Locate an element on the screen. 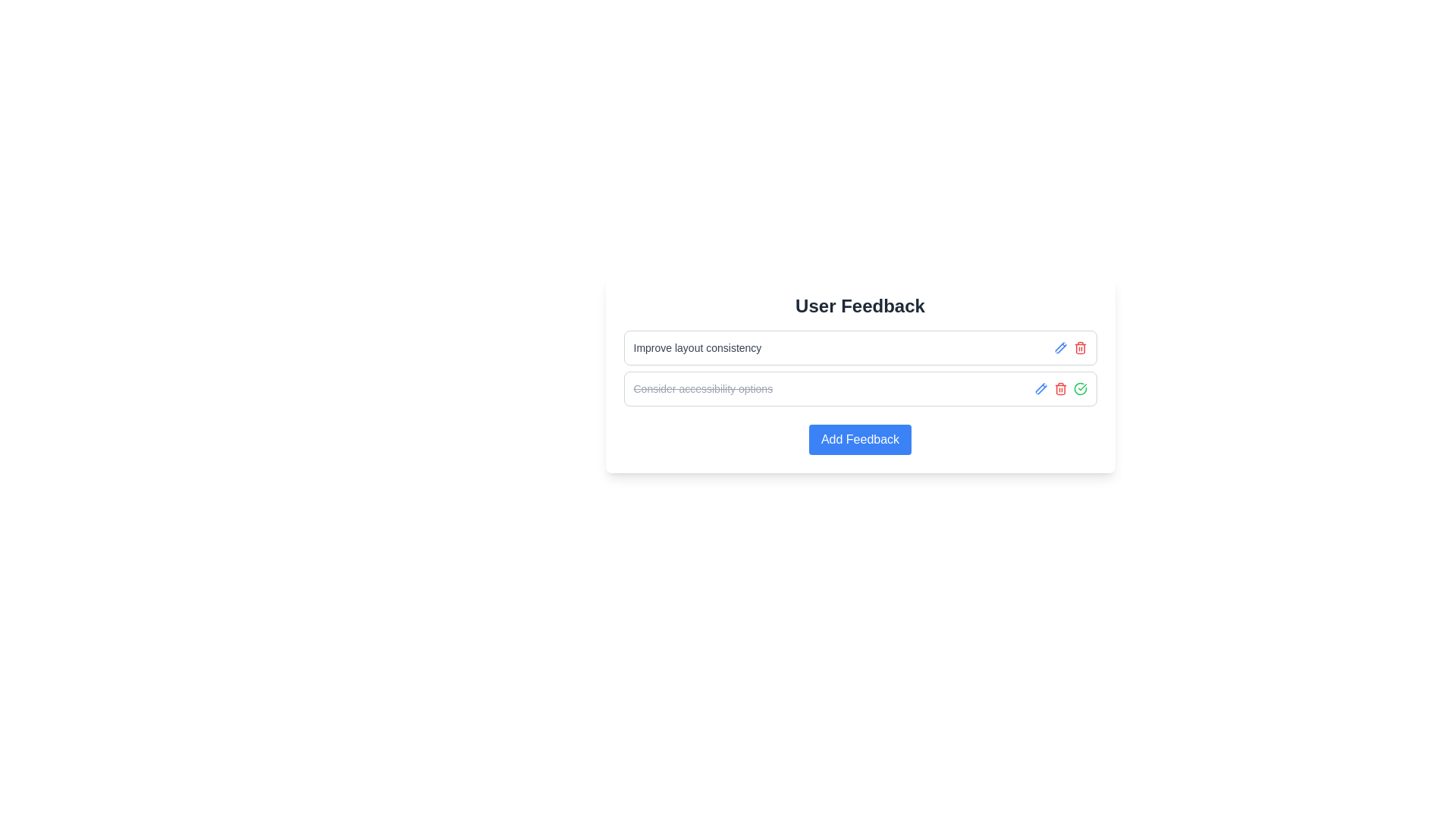 Image resolution: width=1456 pixels, height=819 pixels. the edit icon element located at the far-right end of the input field for feedback options, which is represented as an 18x18 SVG graphic is located at coordinates (1040, 388).